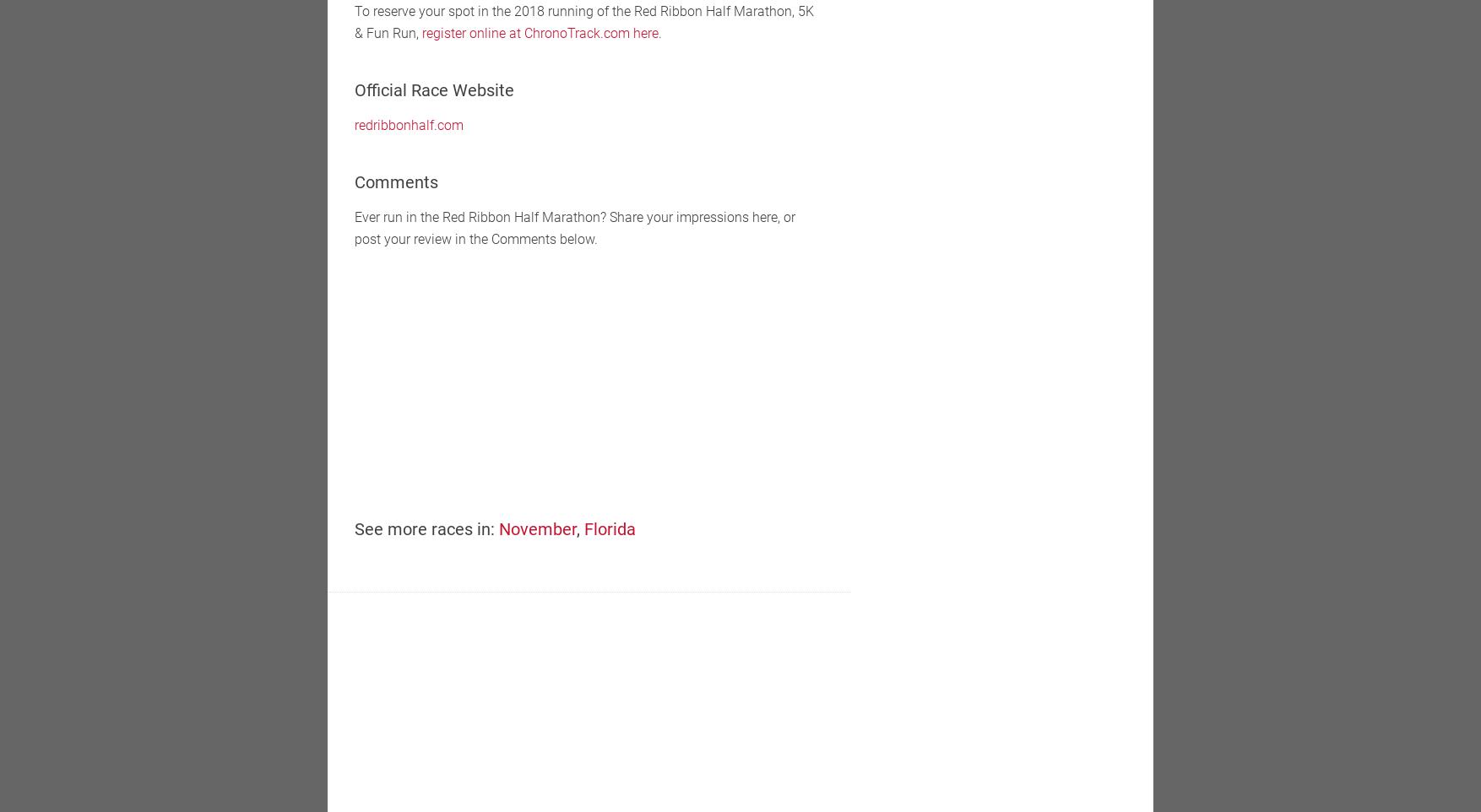 This screenshot has width=1481, height=812. What do you see at coordinates (610, 529) in the screenshot?
I see `'Florida'` at bounding box center [610, 529].